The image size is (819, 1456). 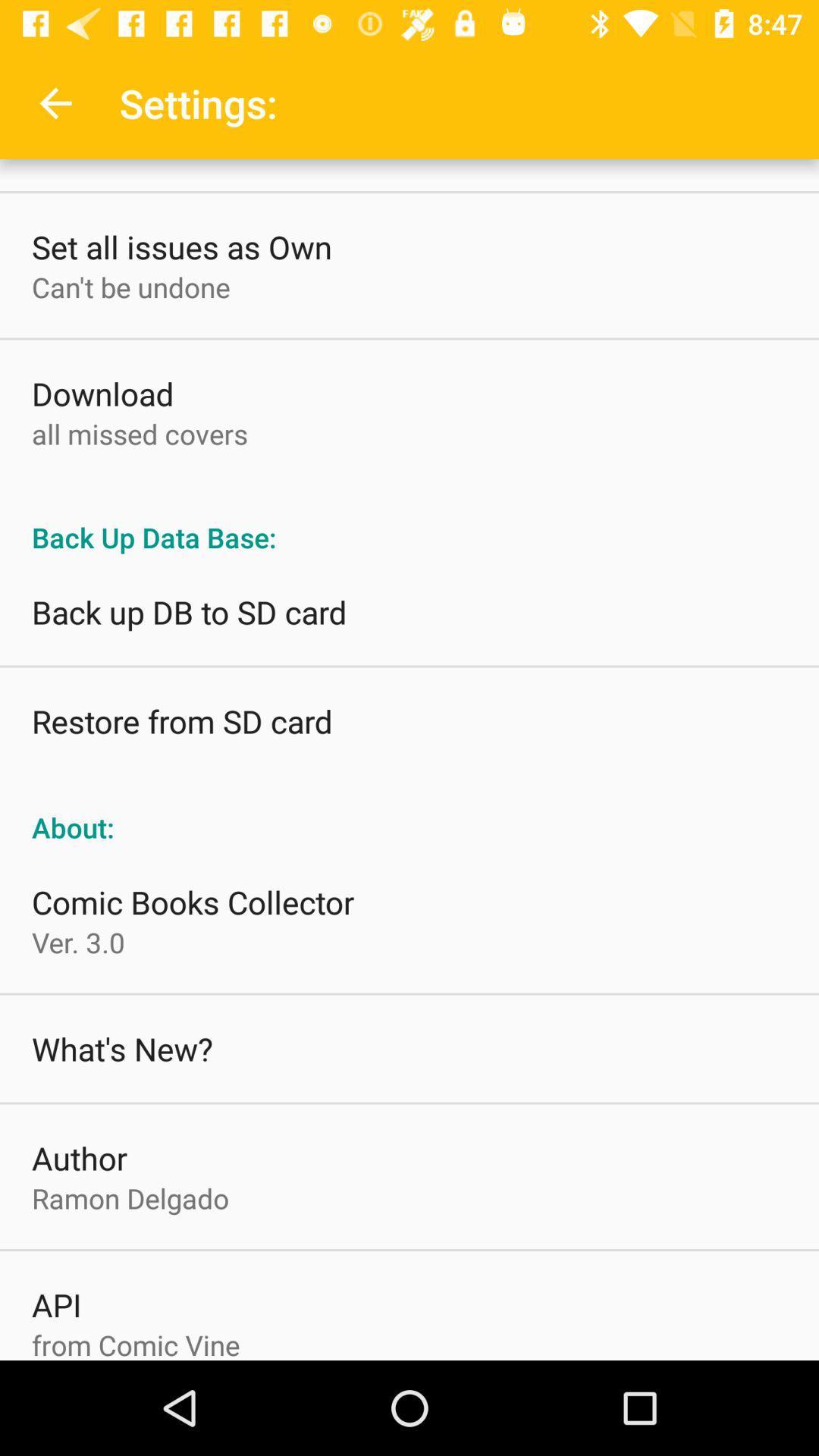 What do you see at coordinates (55, 102) in the screenshot?
I see `the app next to the settings: icon` at bounding box center [55, 102].